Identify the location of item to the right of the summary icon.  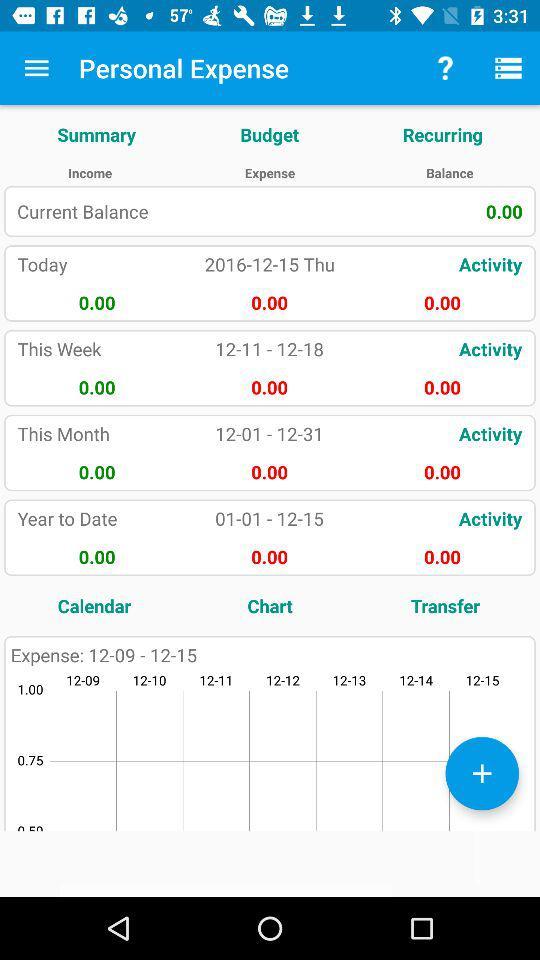
(269, 133).